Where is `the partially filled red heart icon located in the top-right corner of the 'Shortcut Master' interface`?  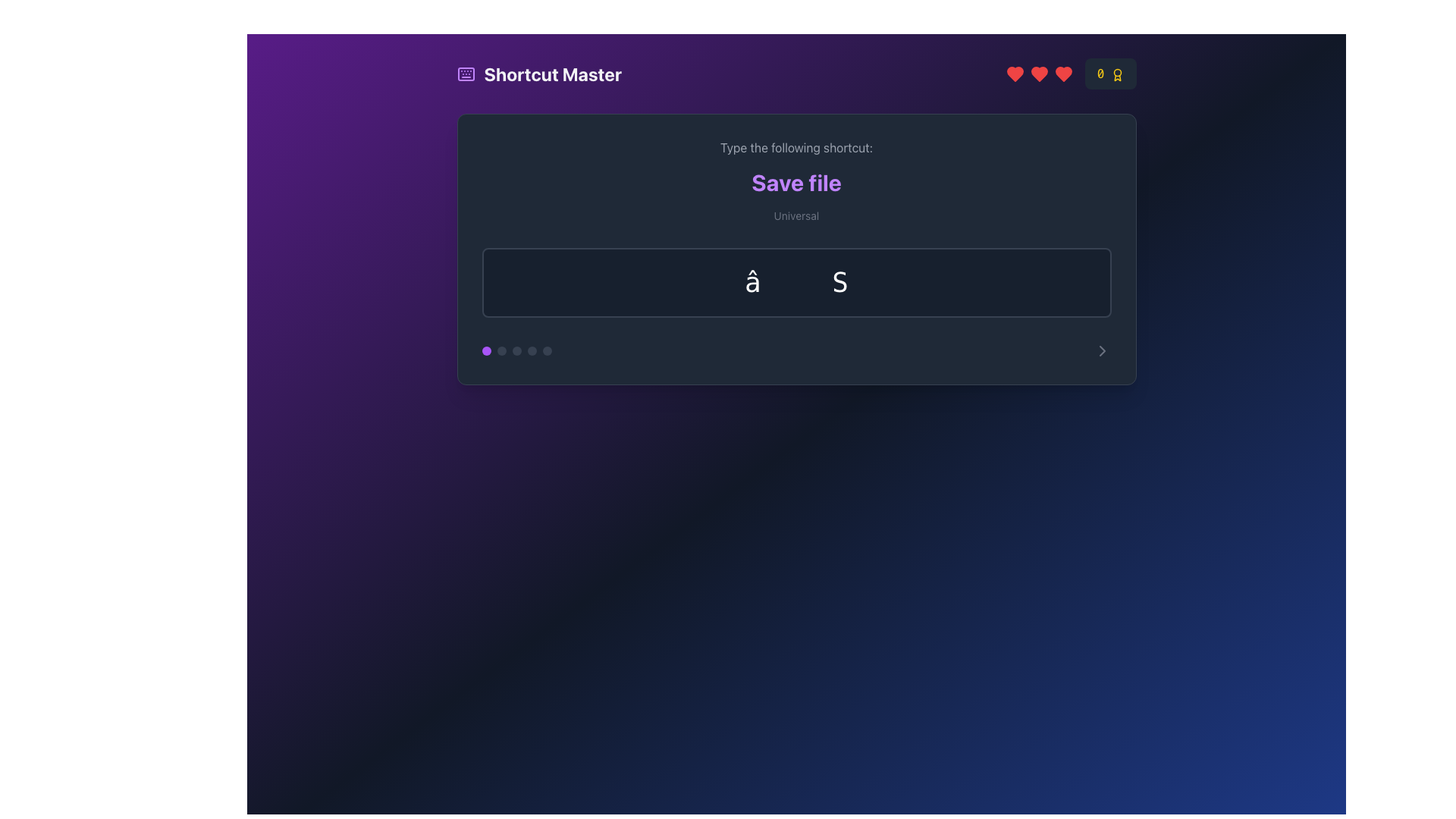
the partially filled red heart icon located in the top-right corner of the 'Shortcut Master' interface is located at coordinates (1070, 74).